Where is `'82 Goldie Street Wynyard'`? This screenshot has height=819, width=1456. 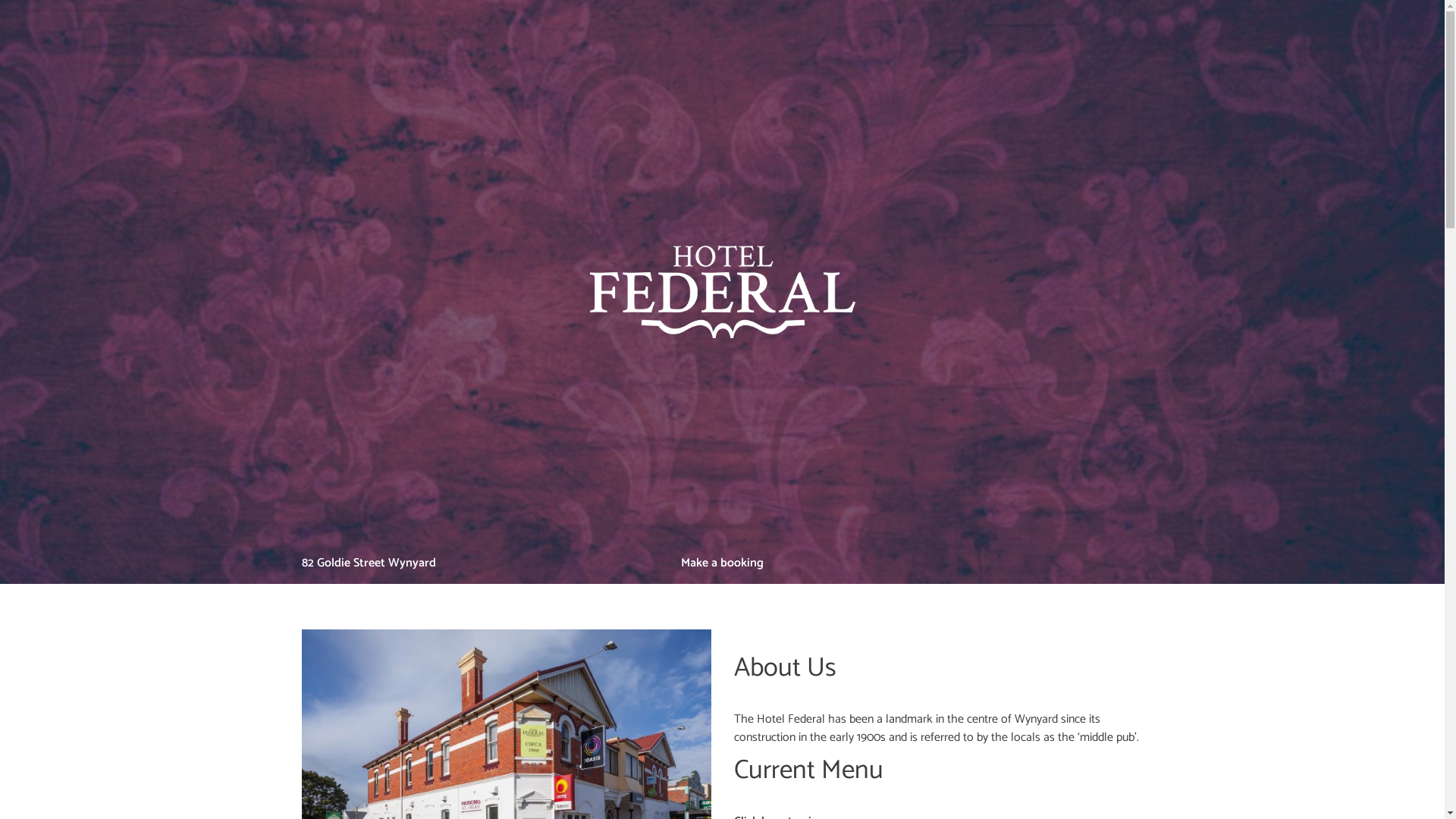 '82 Goldie Street Wynyard' is located at coordinates (369, 563).